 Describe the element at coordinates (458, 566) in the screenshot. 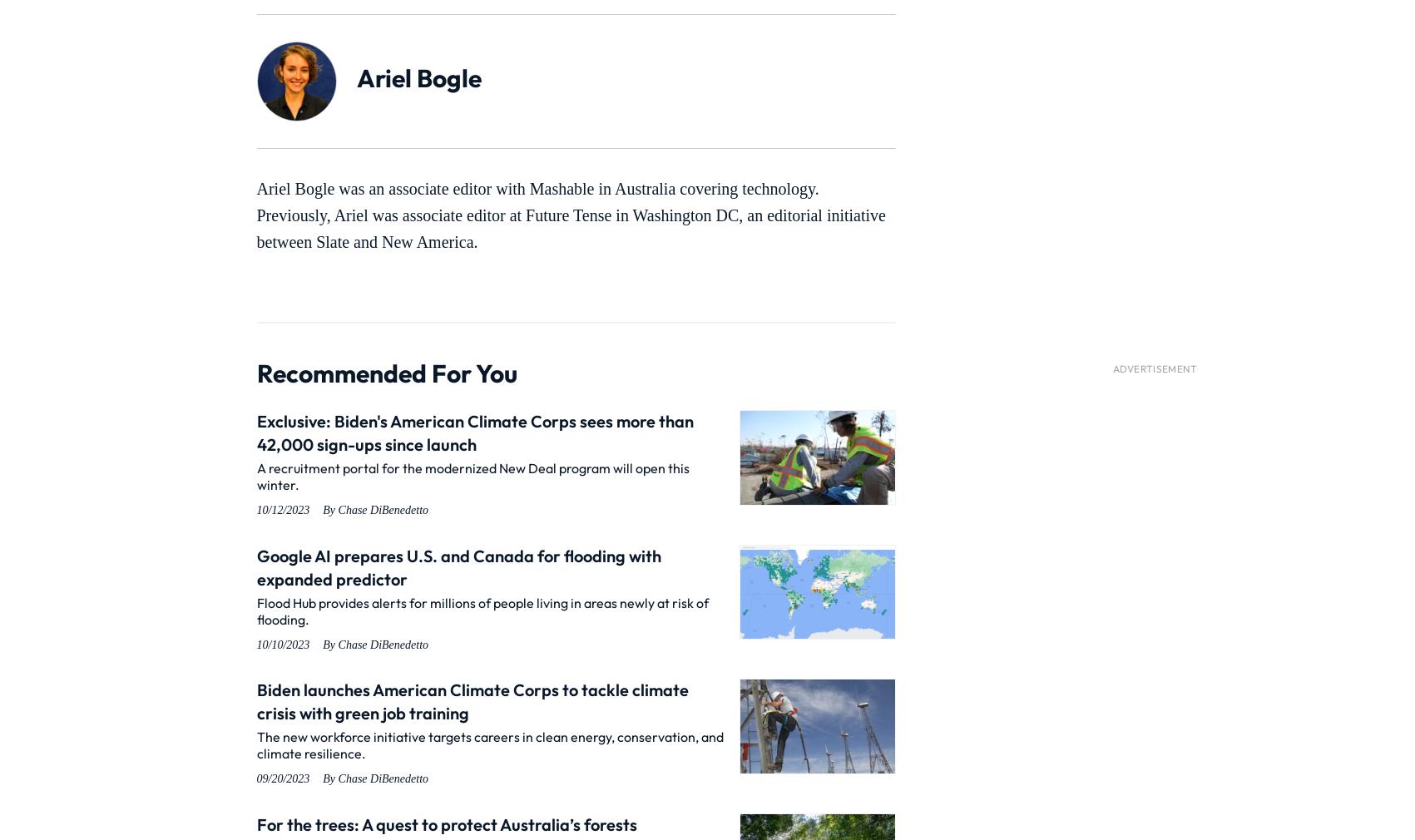

I see `'Google AI prepares U.S. and Canada for flooding with expanded predictor'` at that location.